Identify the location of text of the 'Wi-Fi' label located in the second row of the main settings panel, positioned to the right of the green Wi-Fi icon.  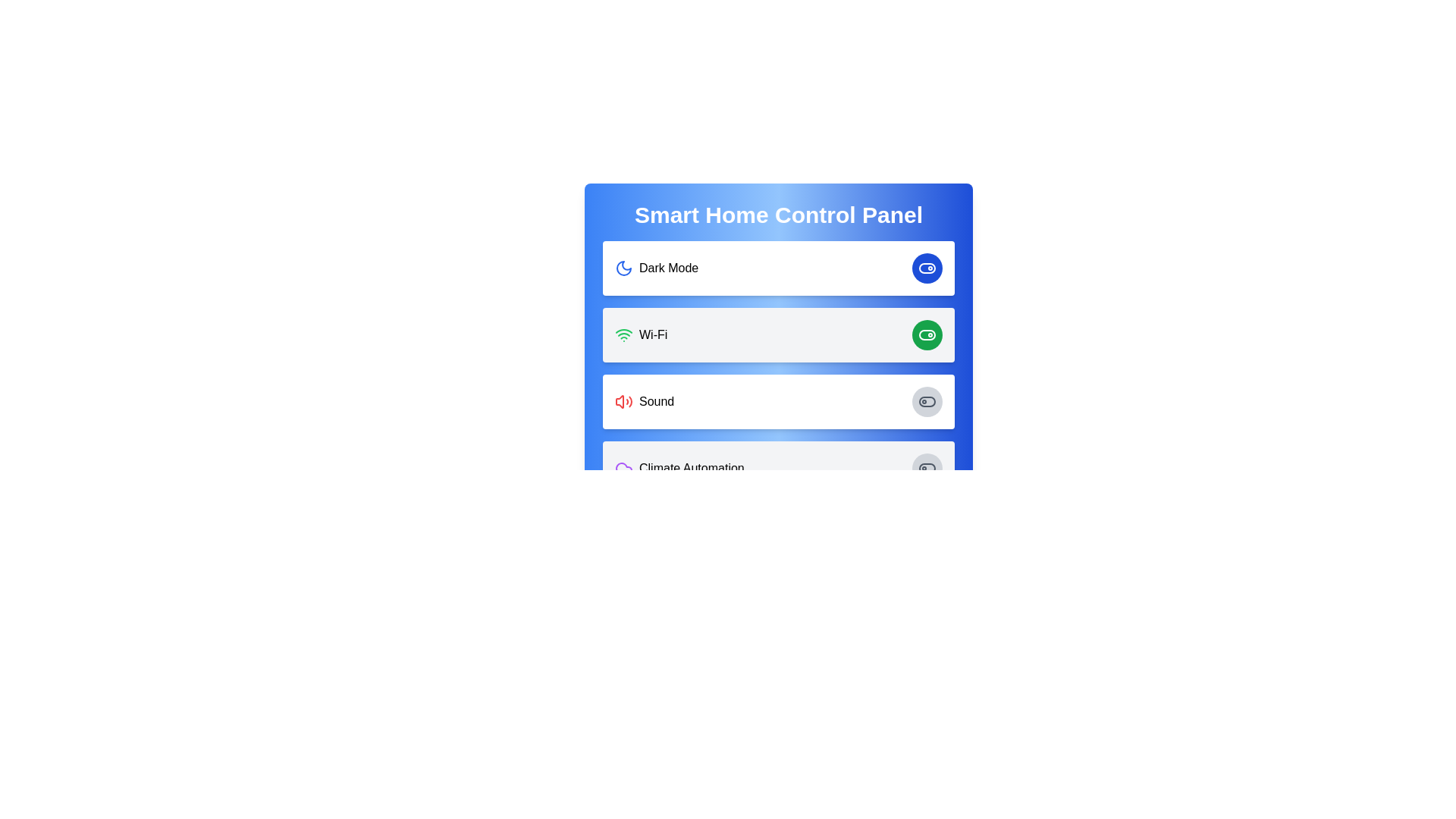
(653, 334).